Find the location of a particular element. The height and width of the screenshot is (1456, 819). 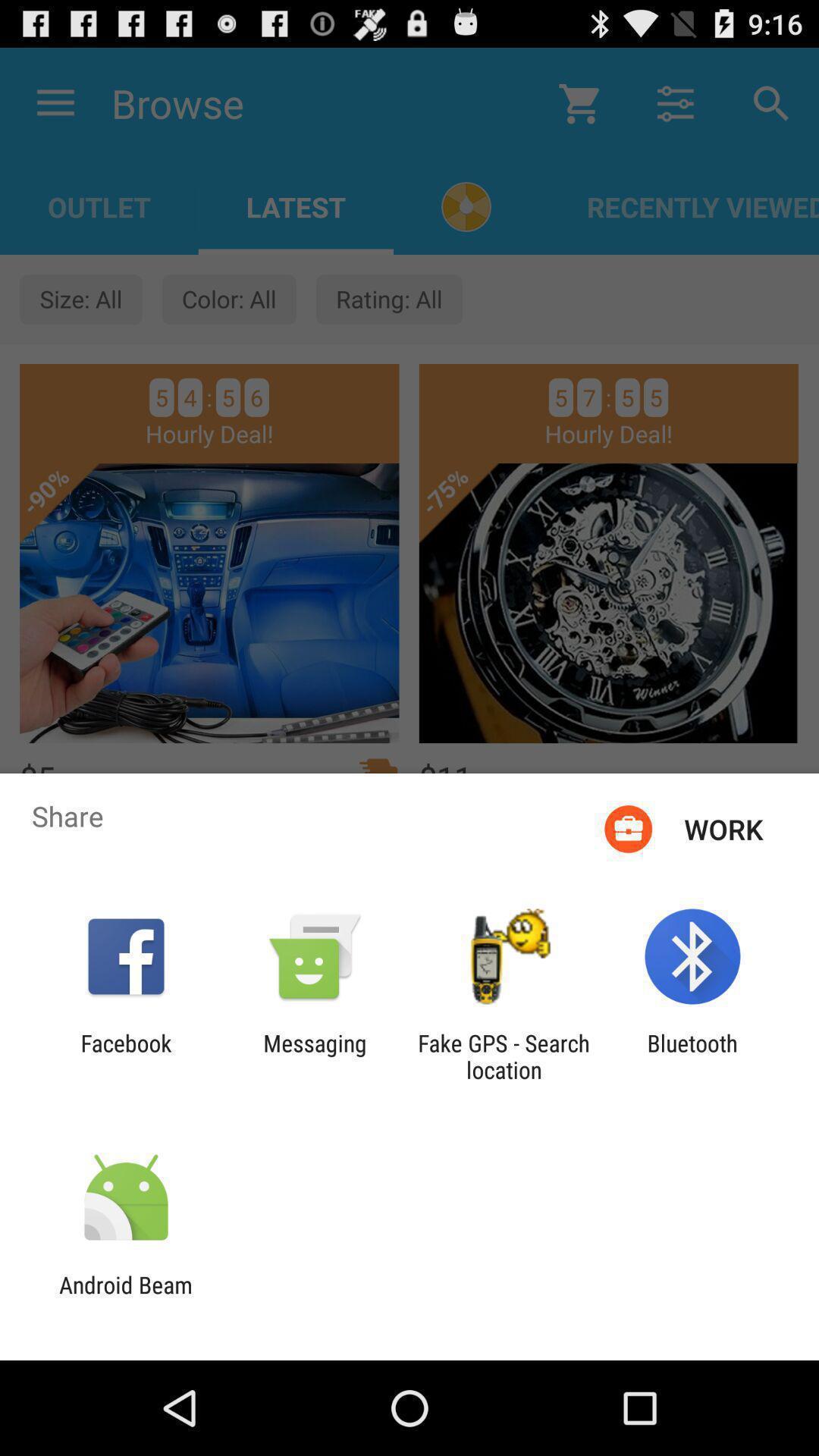

app to the left of fake gps search icon is located at coordinates (314, 1056).